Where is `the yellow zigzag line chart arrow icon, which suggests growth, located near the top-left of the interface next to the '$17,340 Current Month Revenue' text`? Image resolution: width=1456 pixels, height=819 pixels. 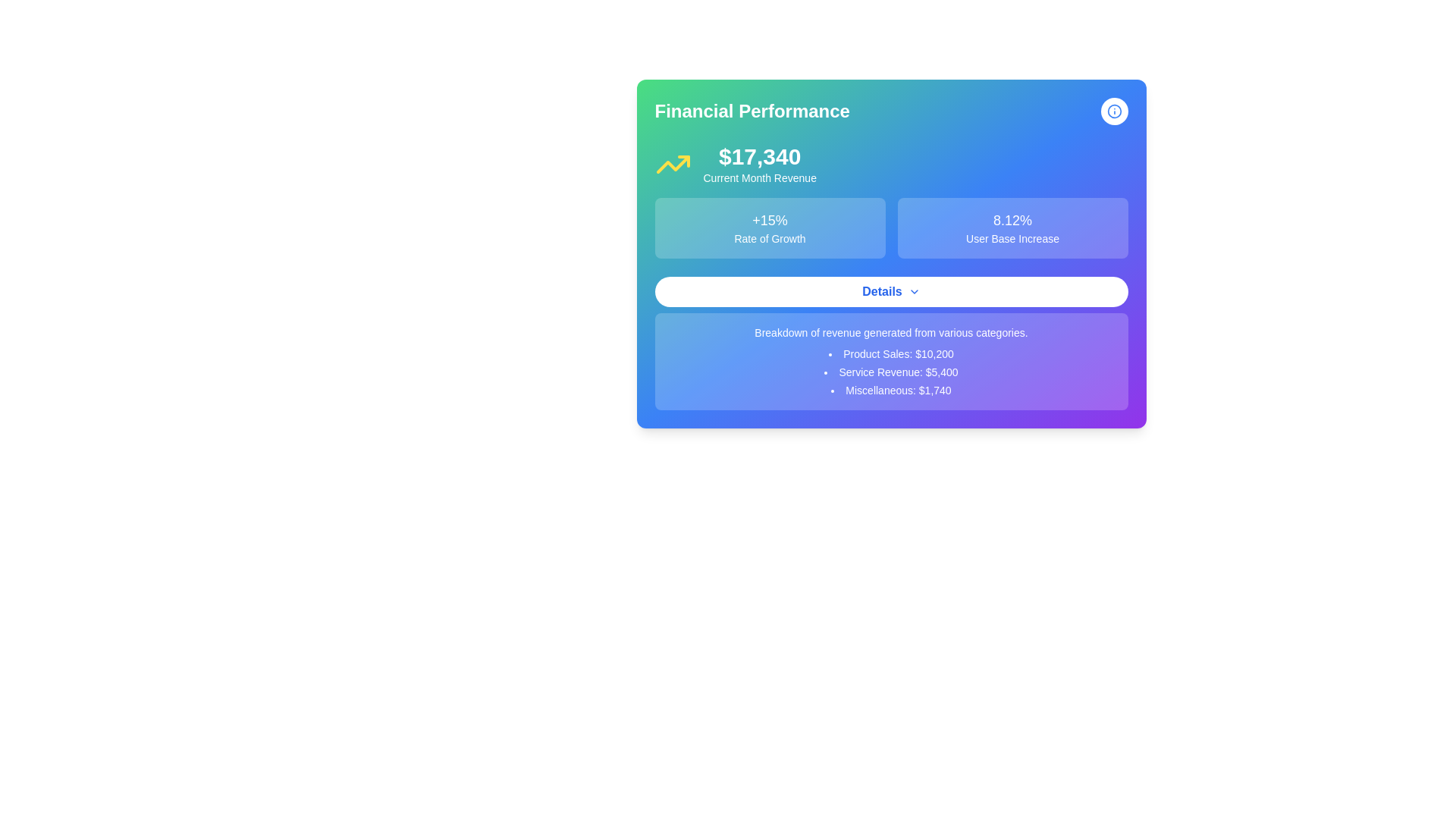
the yellow zigzag line chart arrow icon, which suggests growth, located near the top-left of the interface next to the '$17,340 Current Month Revenue' text is located at coordinates (672, 164).